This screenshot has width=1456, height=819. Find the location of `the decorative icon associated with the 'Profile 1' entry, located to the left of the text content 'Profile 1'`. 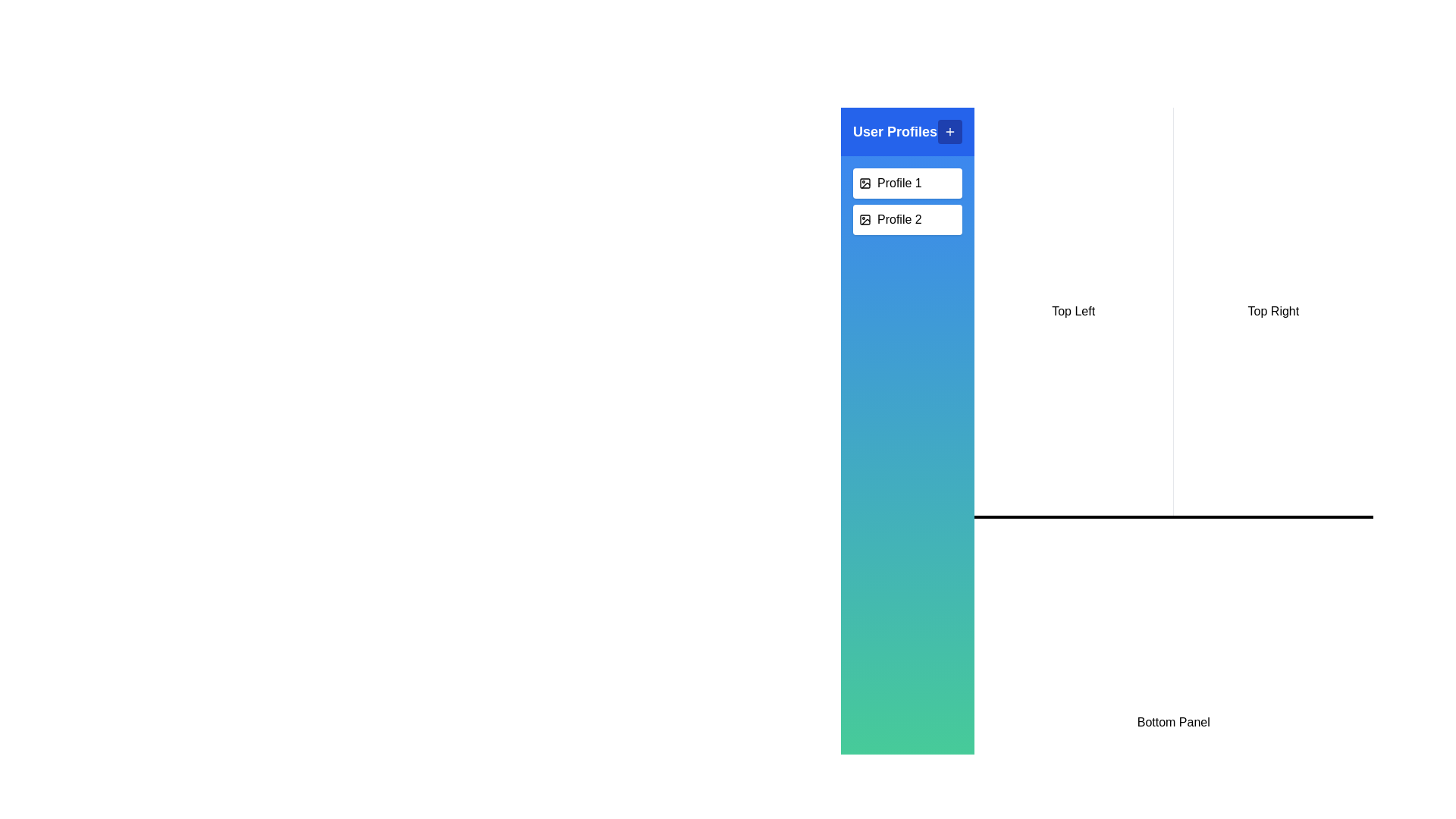

the decorative icon associated with the 'Profile 1' entry, located to the left of the text content 'Profile 1' is located at coordinates (865, 183).